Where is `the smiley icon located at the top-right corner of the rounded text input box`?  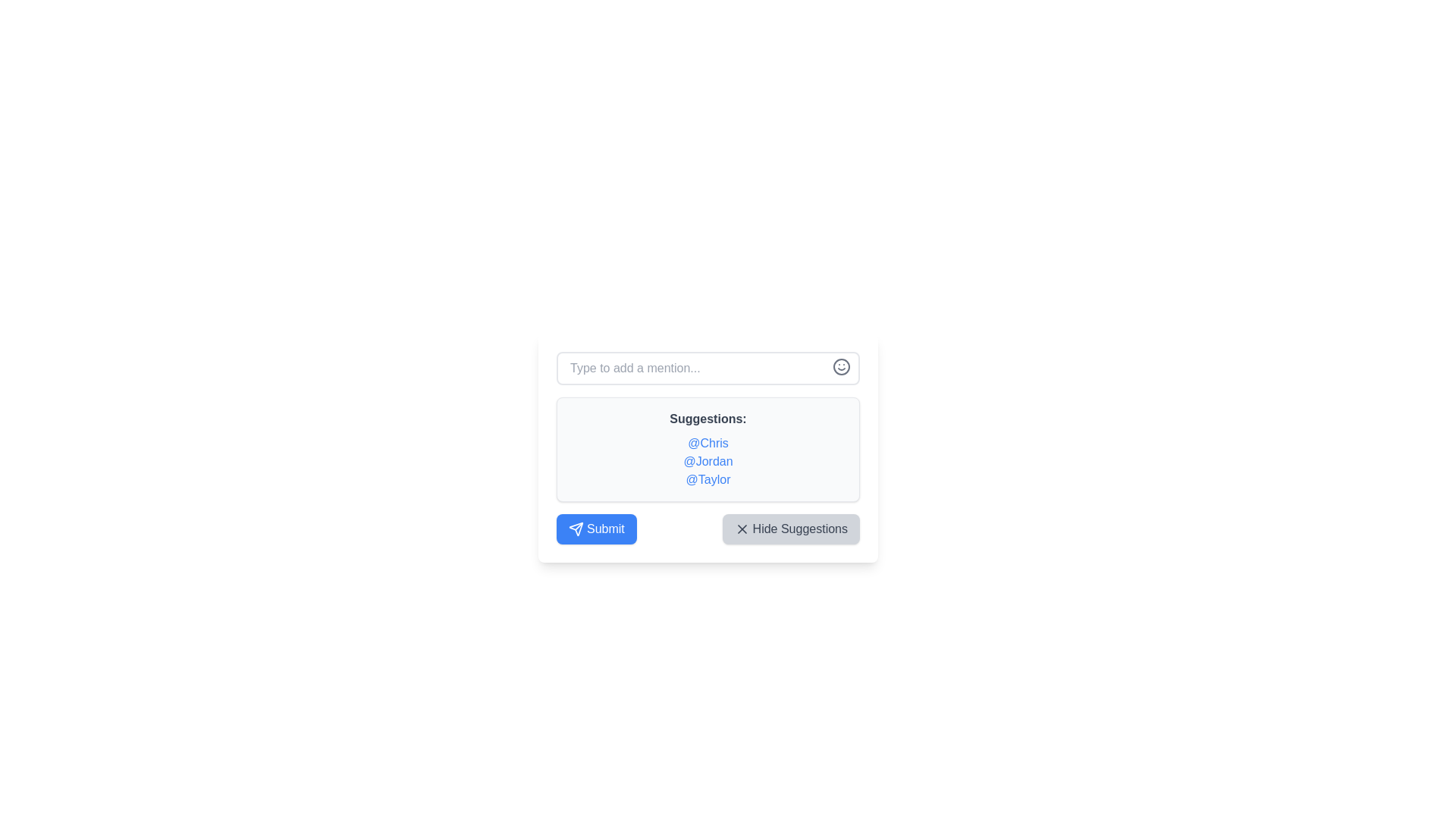
the smiley icon located at the top-right corner of the rounded text input box is located at coordinates (840, 366).